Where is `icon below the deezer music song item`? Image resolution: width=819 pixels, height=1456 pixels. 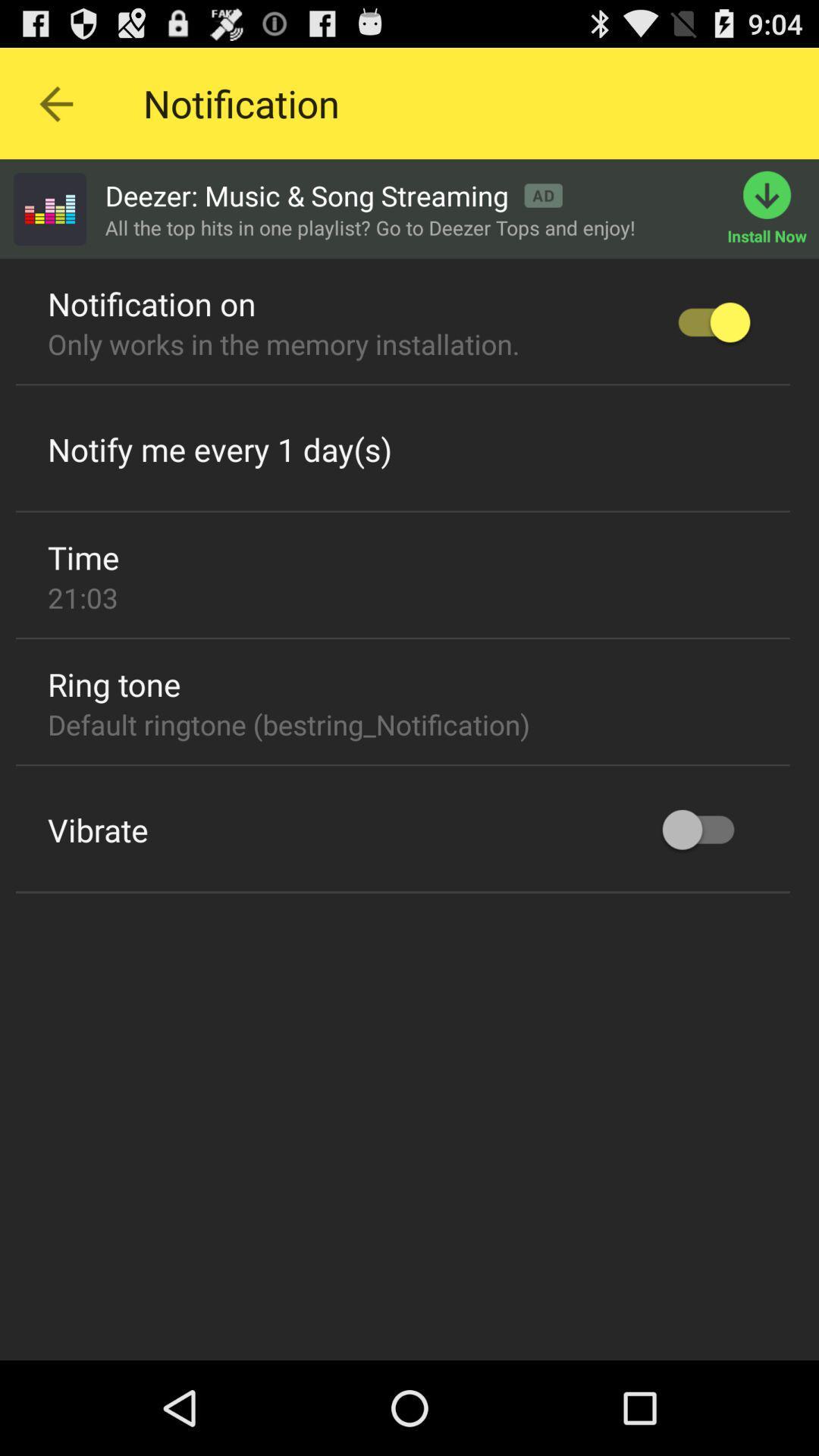
icon below the deezer music song item is located at coordinates (370, 227).